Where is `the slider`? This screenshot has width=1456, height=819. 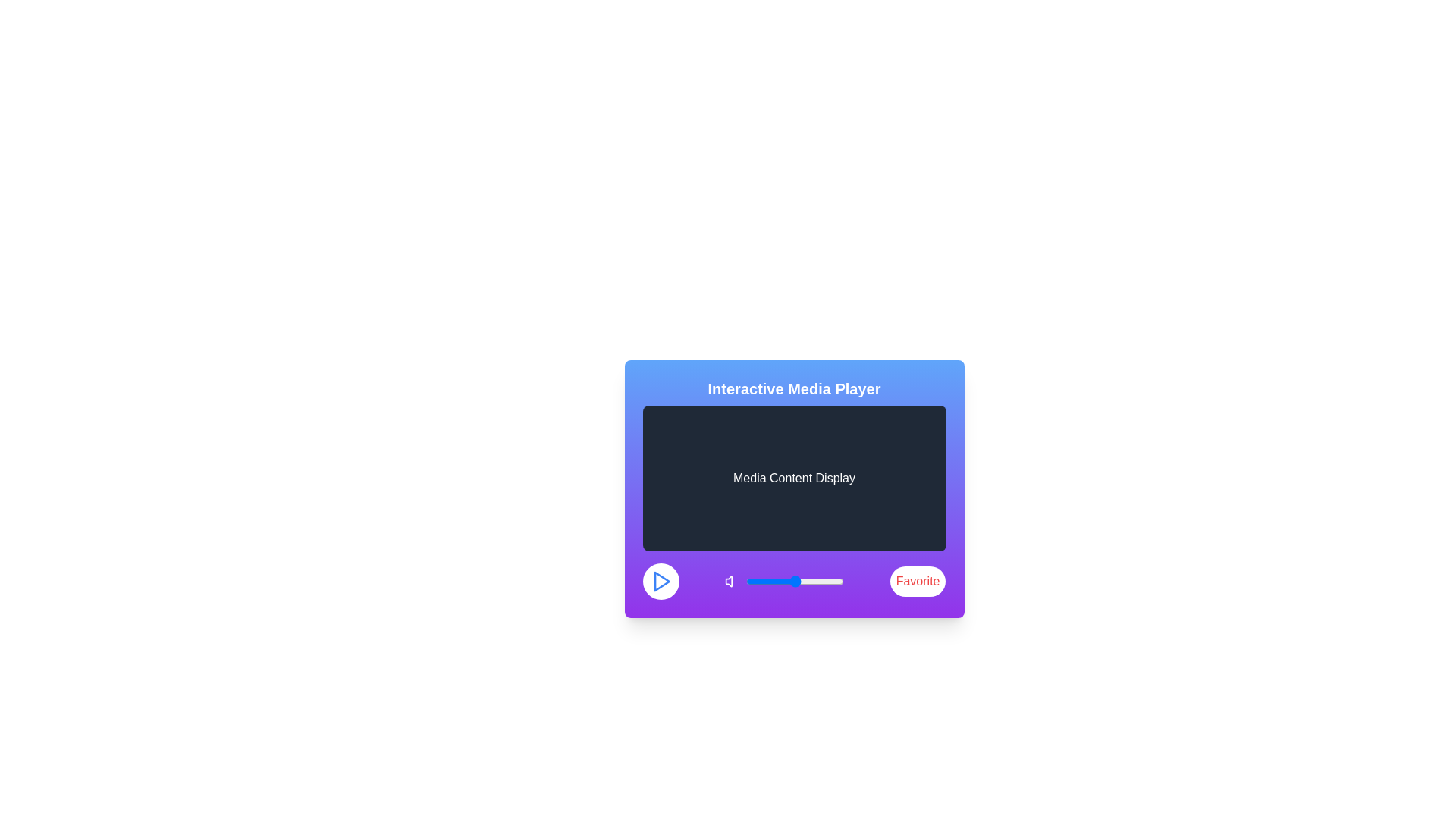
the slider is located at coordinates (811, 581).